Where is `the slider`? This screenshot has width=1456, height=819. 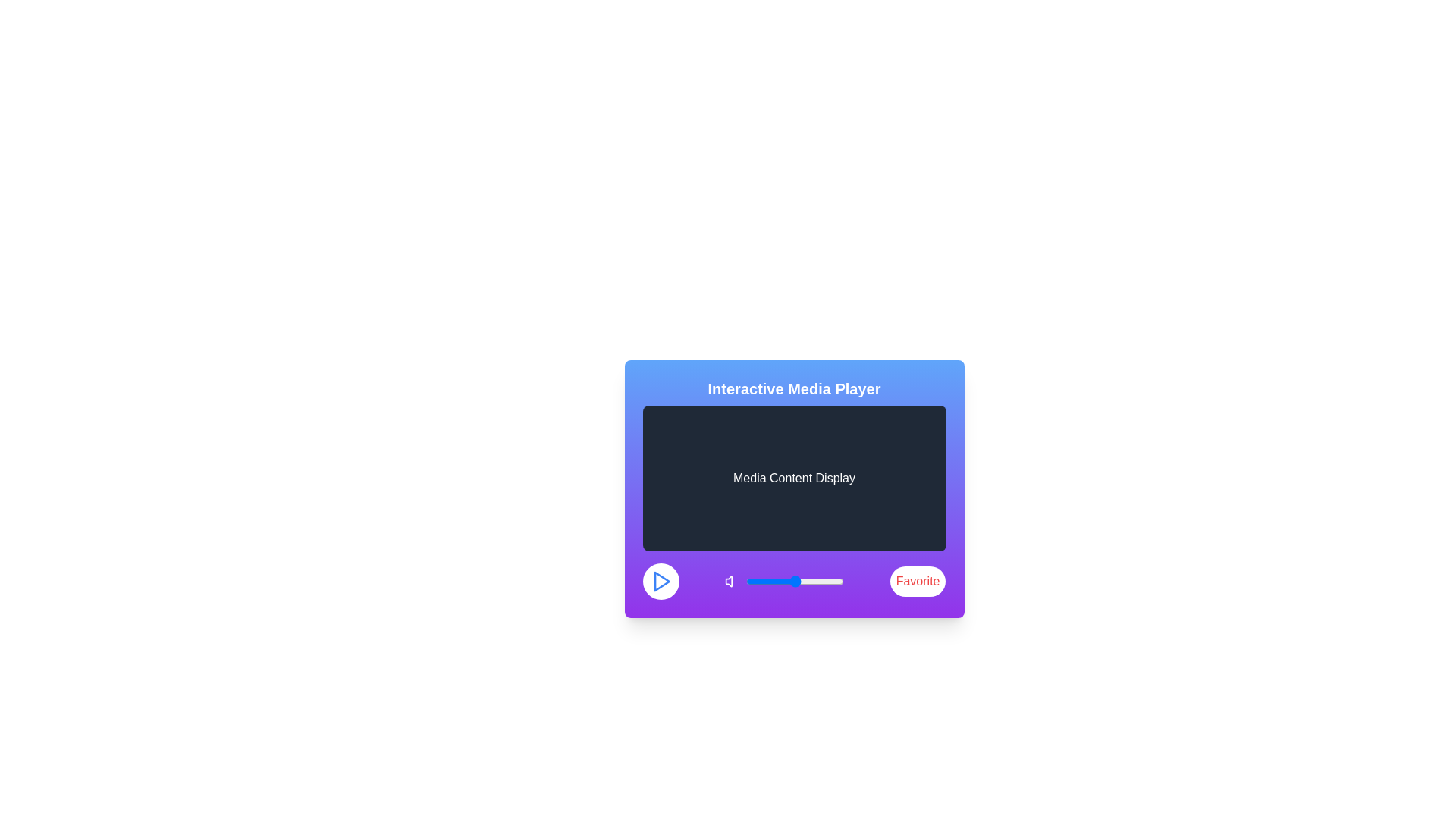
the slider is located at coordinates (811, 581).